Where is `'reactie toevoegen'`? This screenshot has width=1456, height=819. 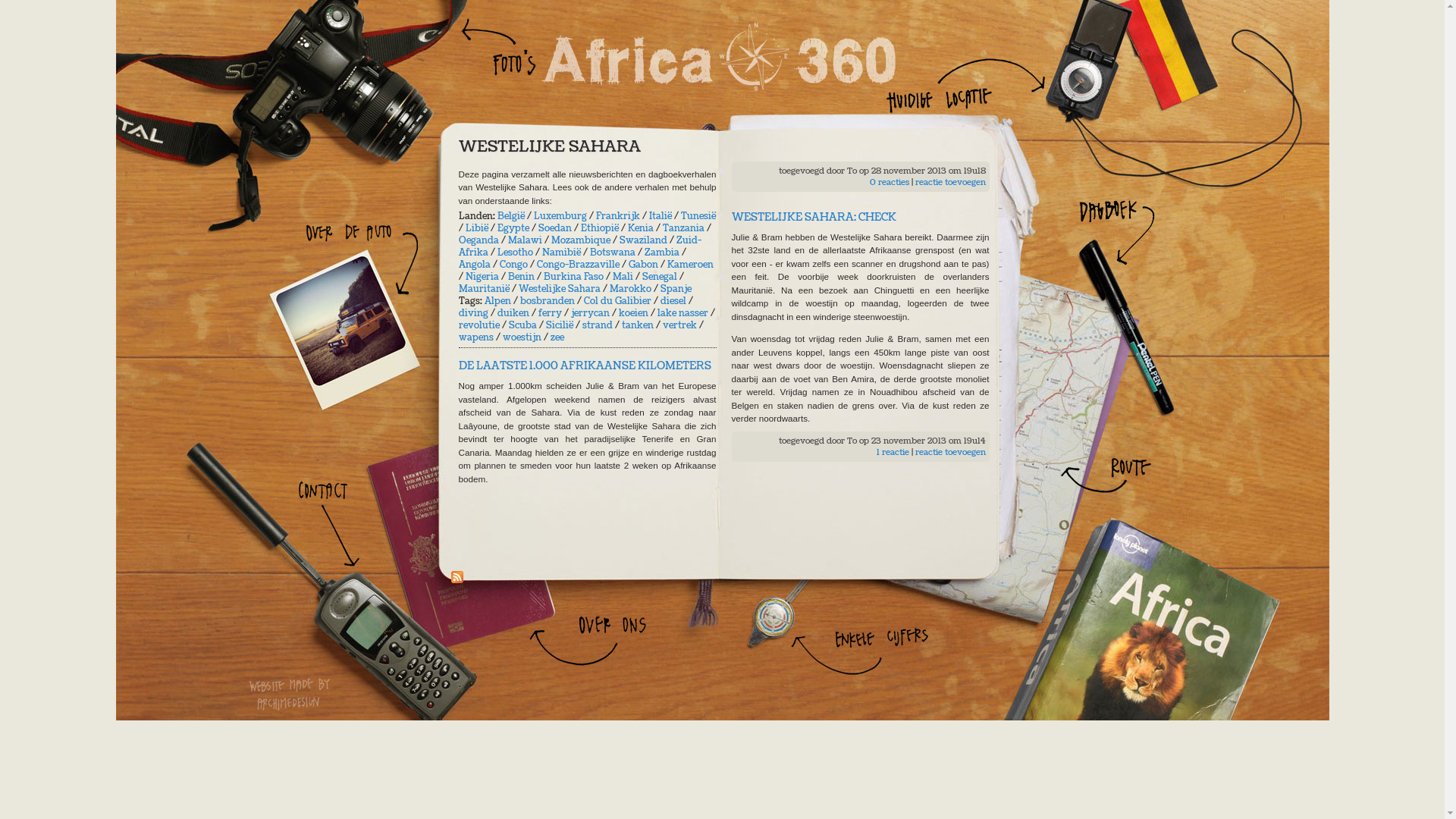 'reactie toevoegen' is located at coordinates (913, 181).